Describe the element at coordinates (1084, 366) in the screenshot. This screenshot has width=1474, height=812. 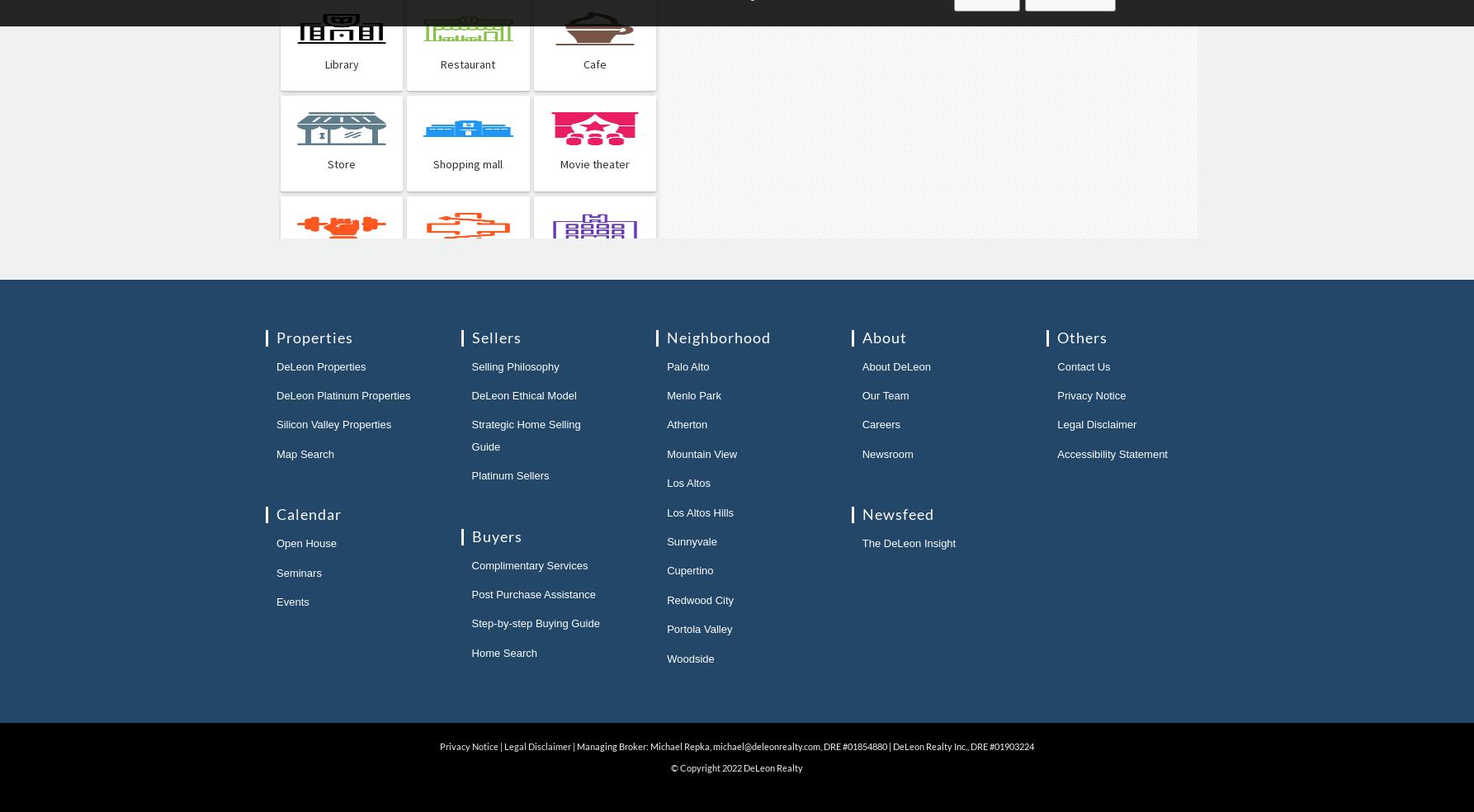
I see `'Contact Us'` at that location.